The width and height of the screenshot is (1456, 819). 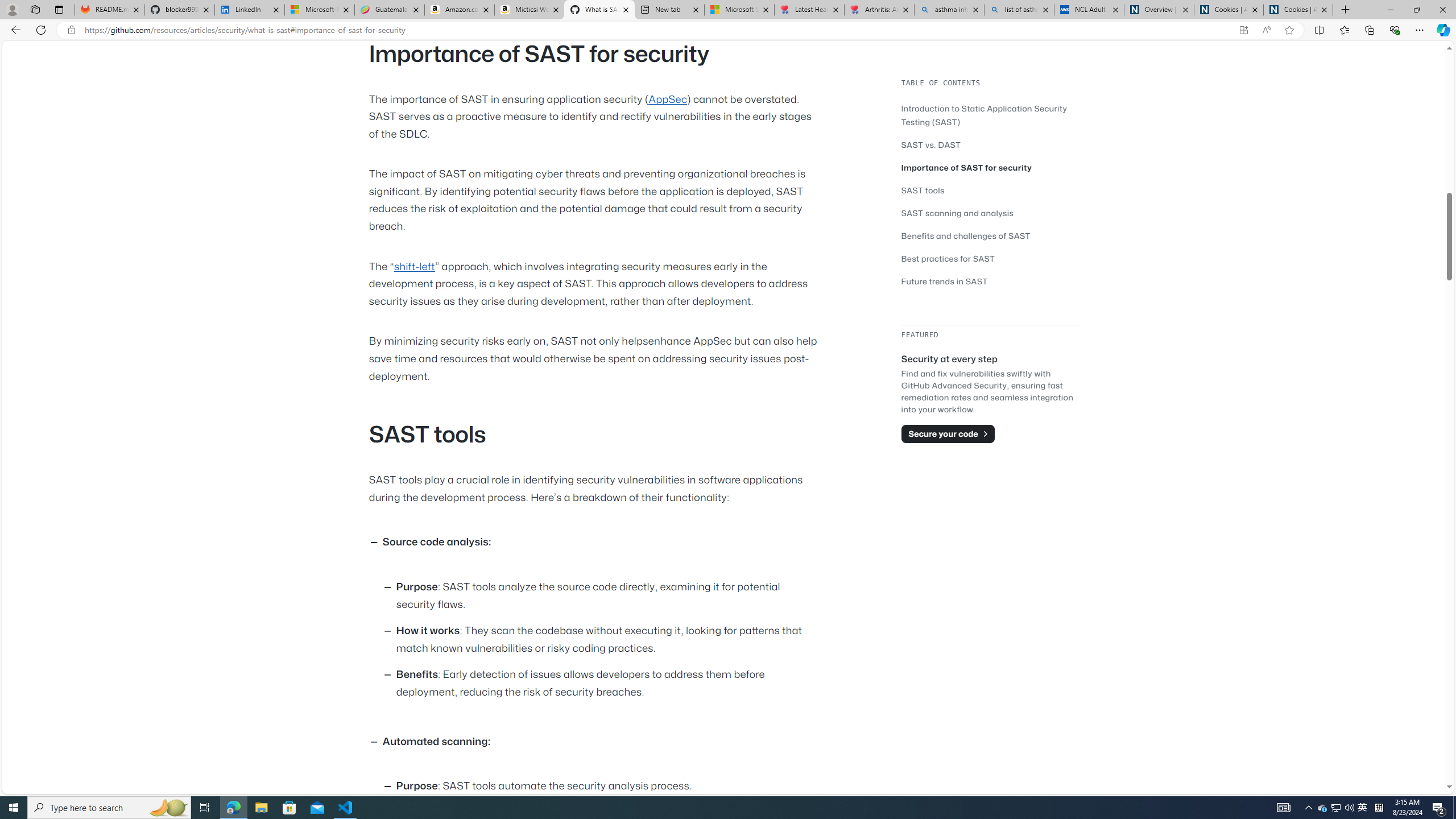 What do you see at coordinates (1243, 30) in the screenshot?
I see `'App available. Install GitHub'` at bounding box center [1243, 30].